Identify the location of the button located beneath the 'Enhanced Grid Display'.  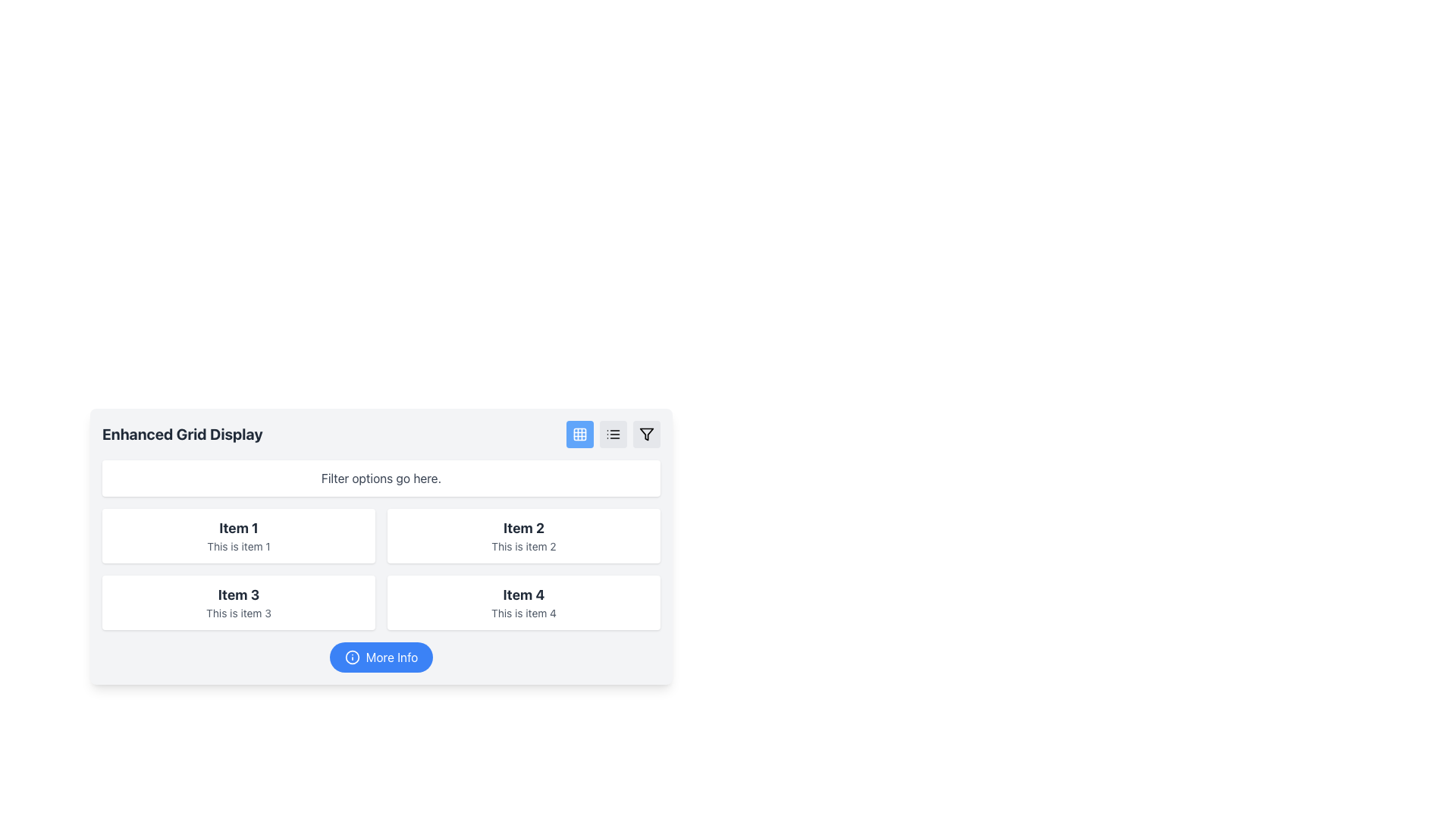
(381, 657).